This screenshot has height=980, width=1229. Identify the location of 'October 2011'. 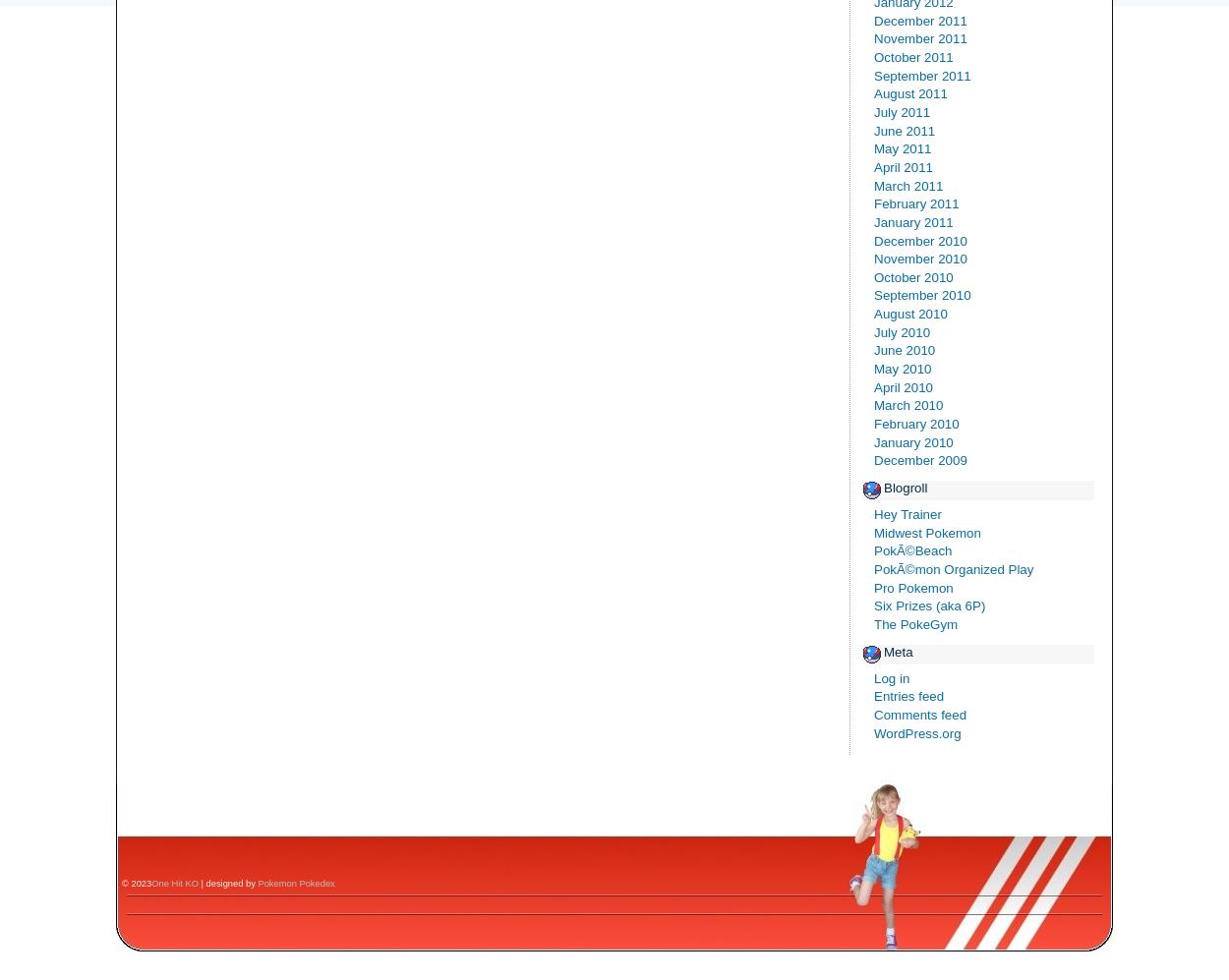
(913, 55).